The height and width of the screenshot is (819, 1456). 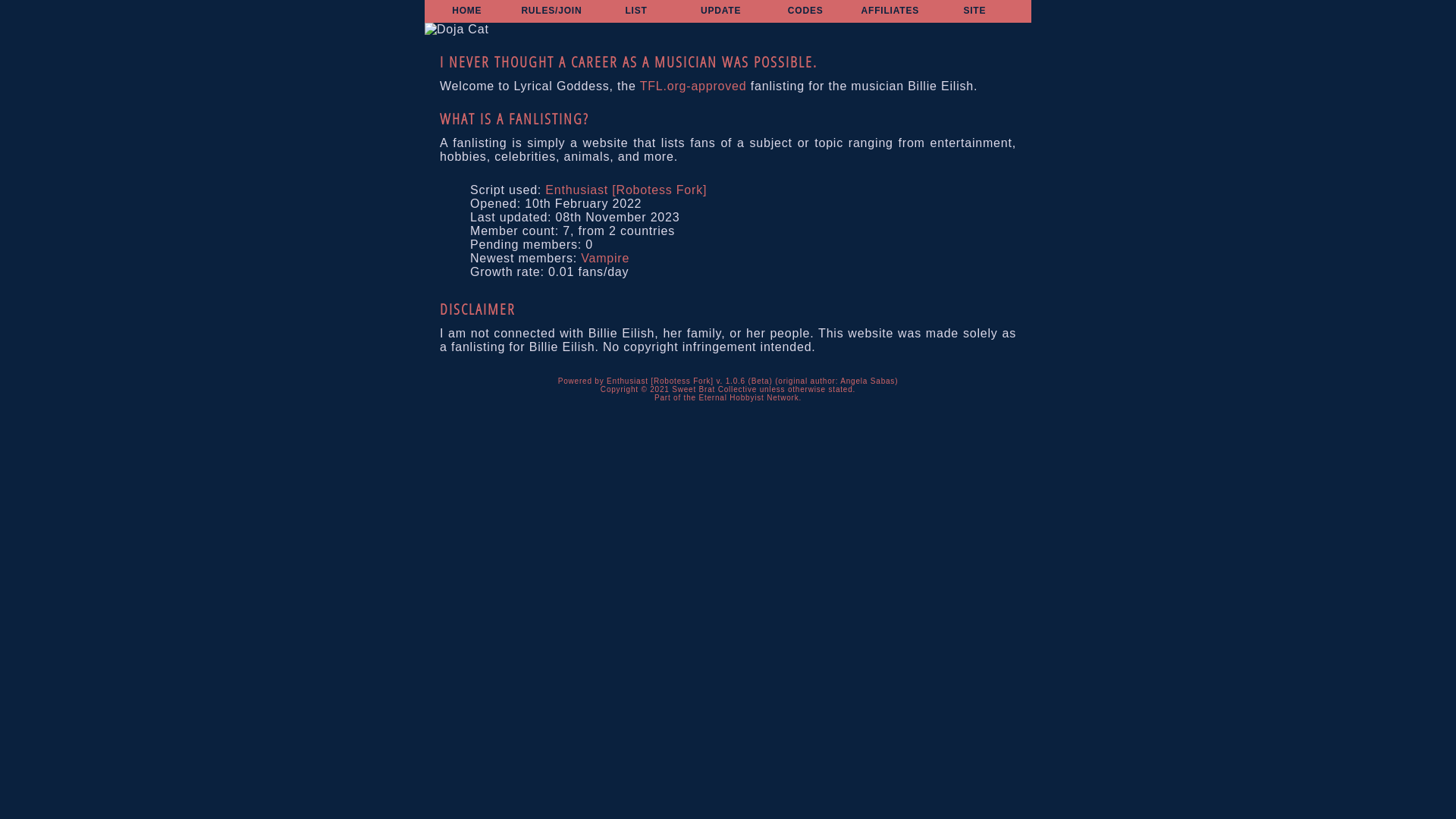 I want to click on 'CODES', so click(x=787, y=11).